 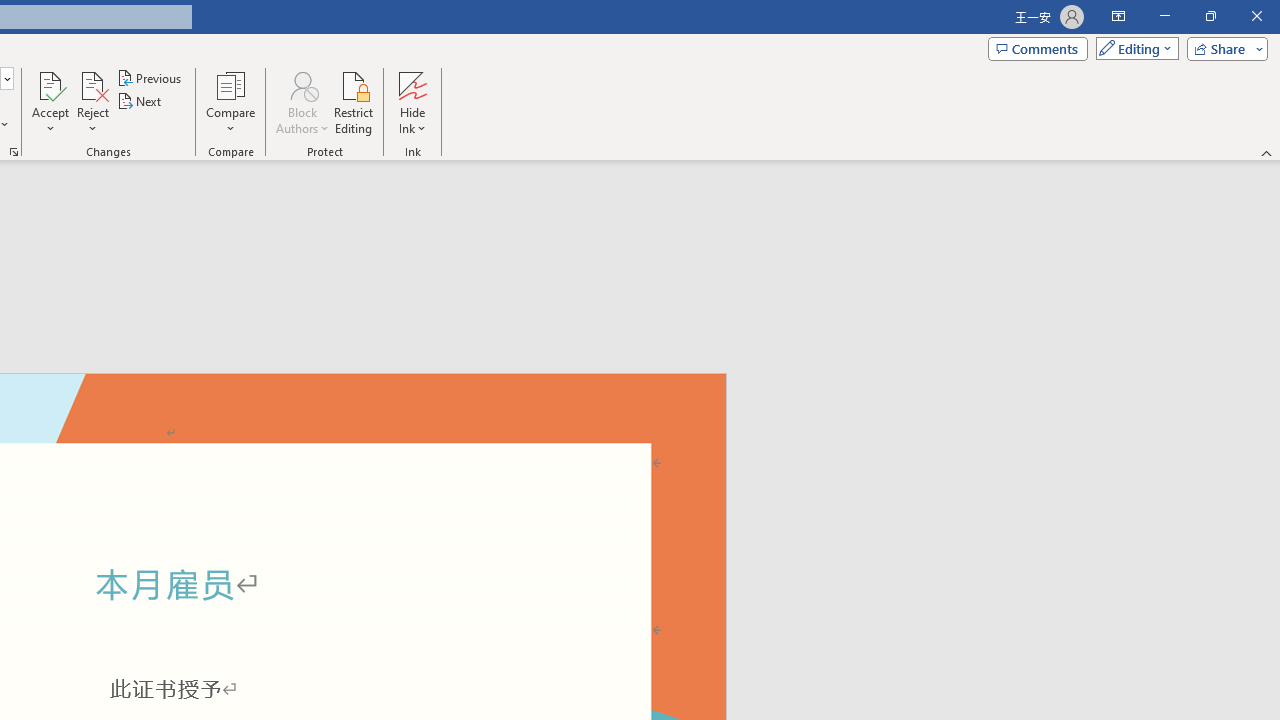 I want to click on 'Reject and Move to Next', so click(x=91, y=84).